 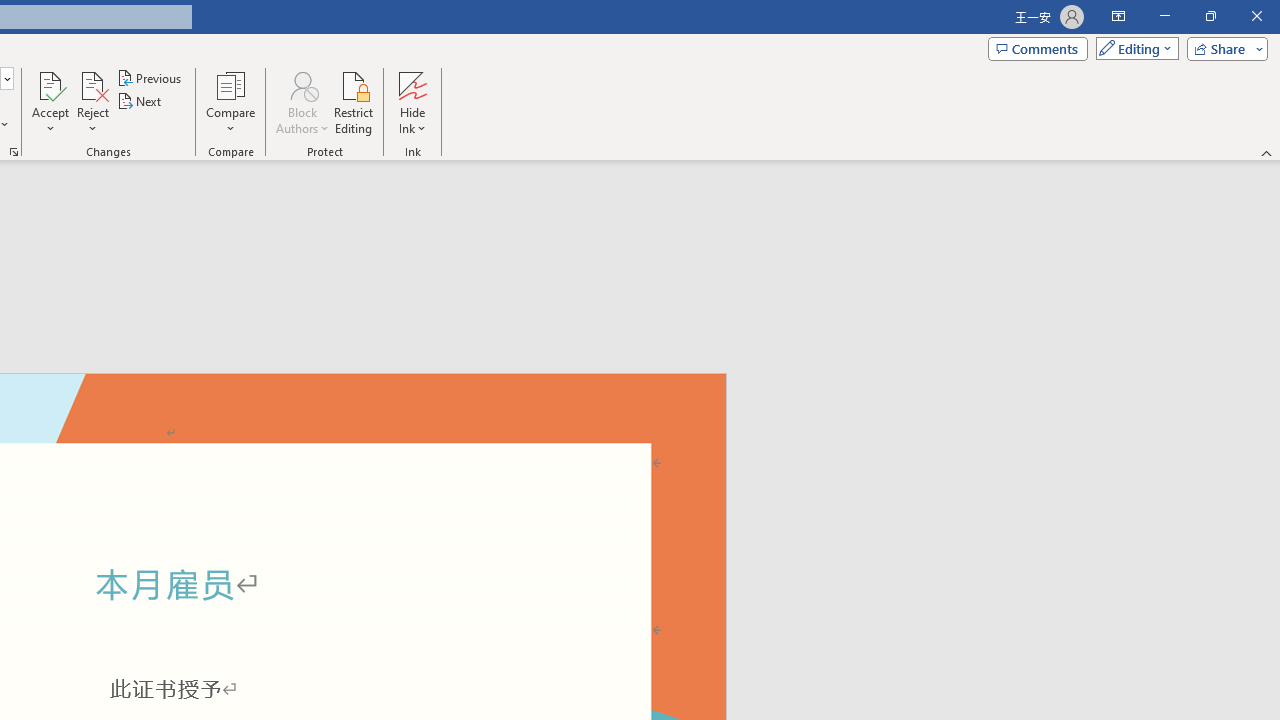 I want to click on 'Reject and Move to Next', so click(x=91, y=84).